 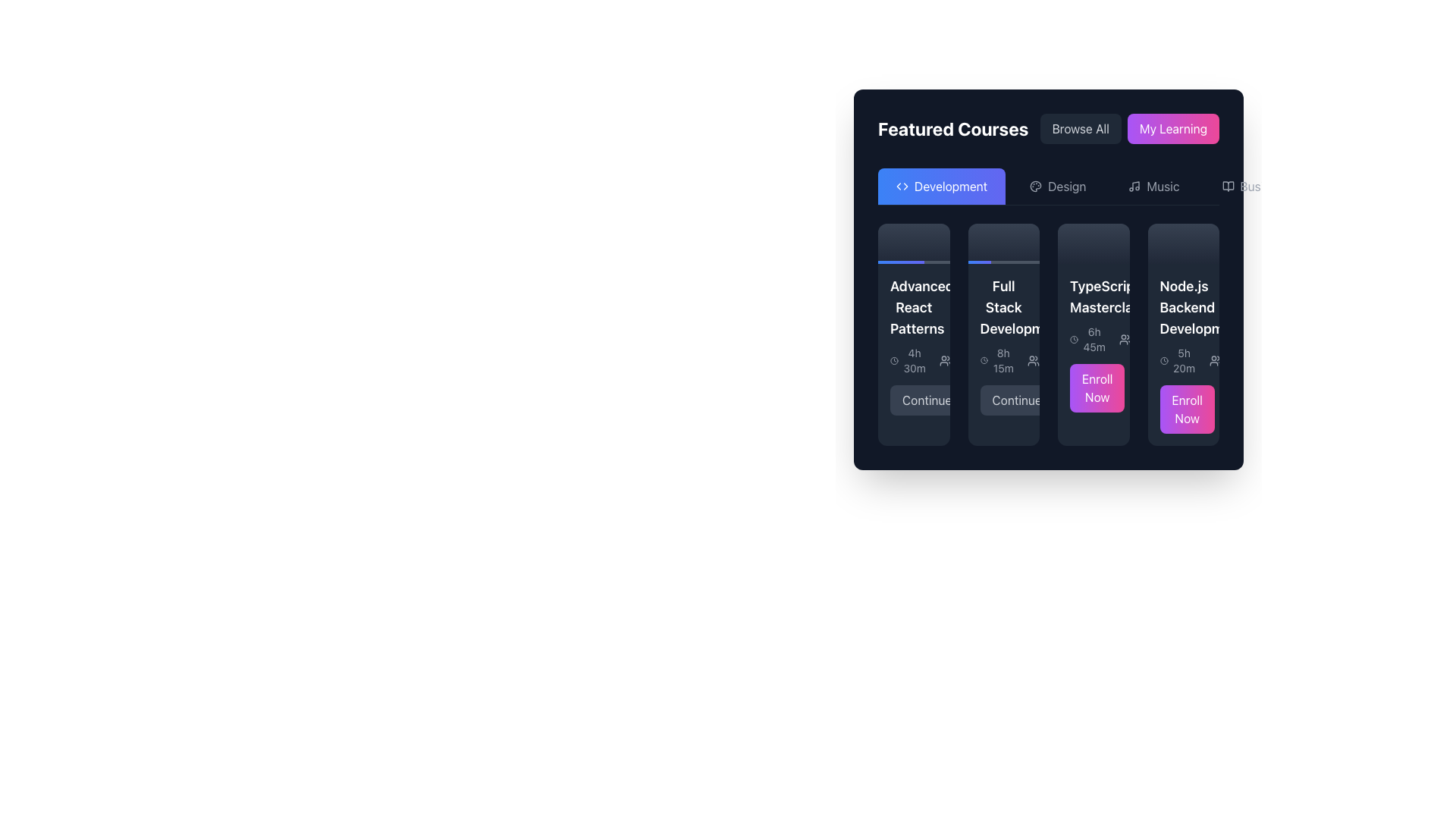 I want to click on the 'Continue' button in the Course overview module titled 'Full Stack Development' to proceed, so click(x=1003, y=346).